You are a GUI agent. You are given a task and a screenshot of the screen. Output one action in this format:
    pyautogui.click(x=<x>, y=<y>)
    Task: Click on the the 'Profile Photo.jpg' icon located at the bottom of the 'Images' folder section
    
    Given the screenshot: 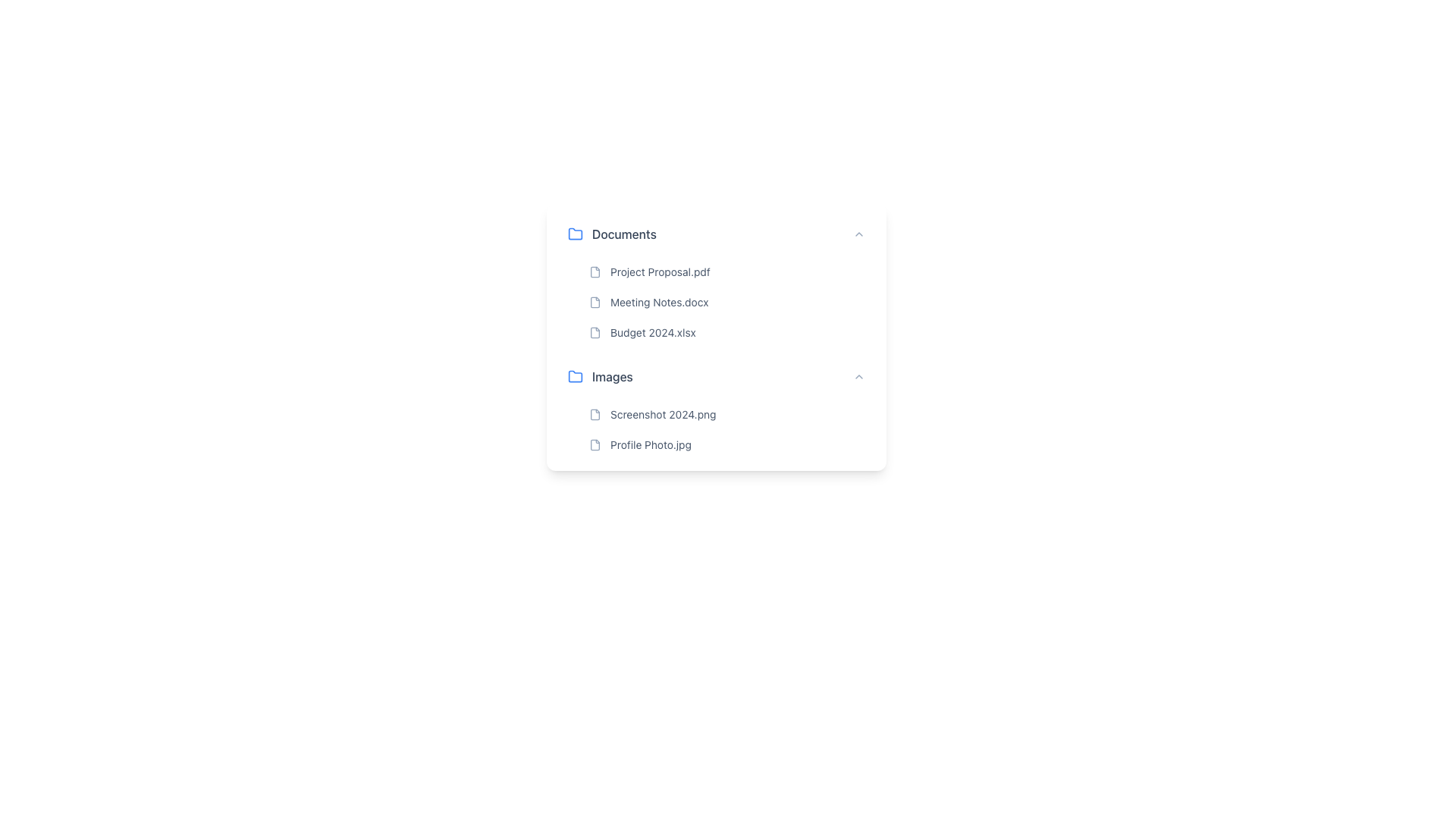 What is the action you would take?
    pyautogui.click(x=595, y=444)
    